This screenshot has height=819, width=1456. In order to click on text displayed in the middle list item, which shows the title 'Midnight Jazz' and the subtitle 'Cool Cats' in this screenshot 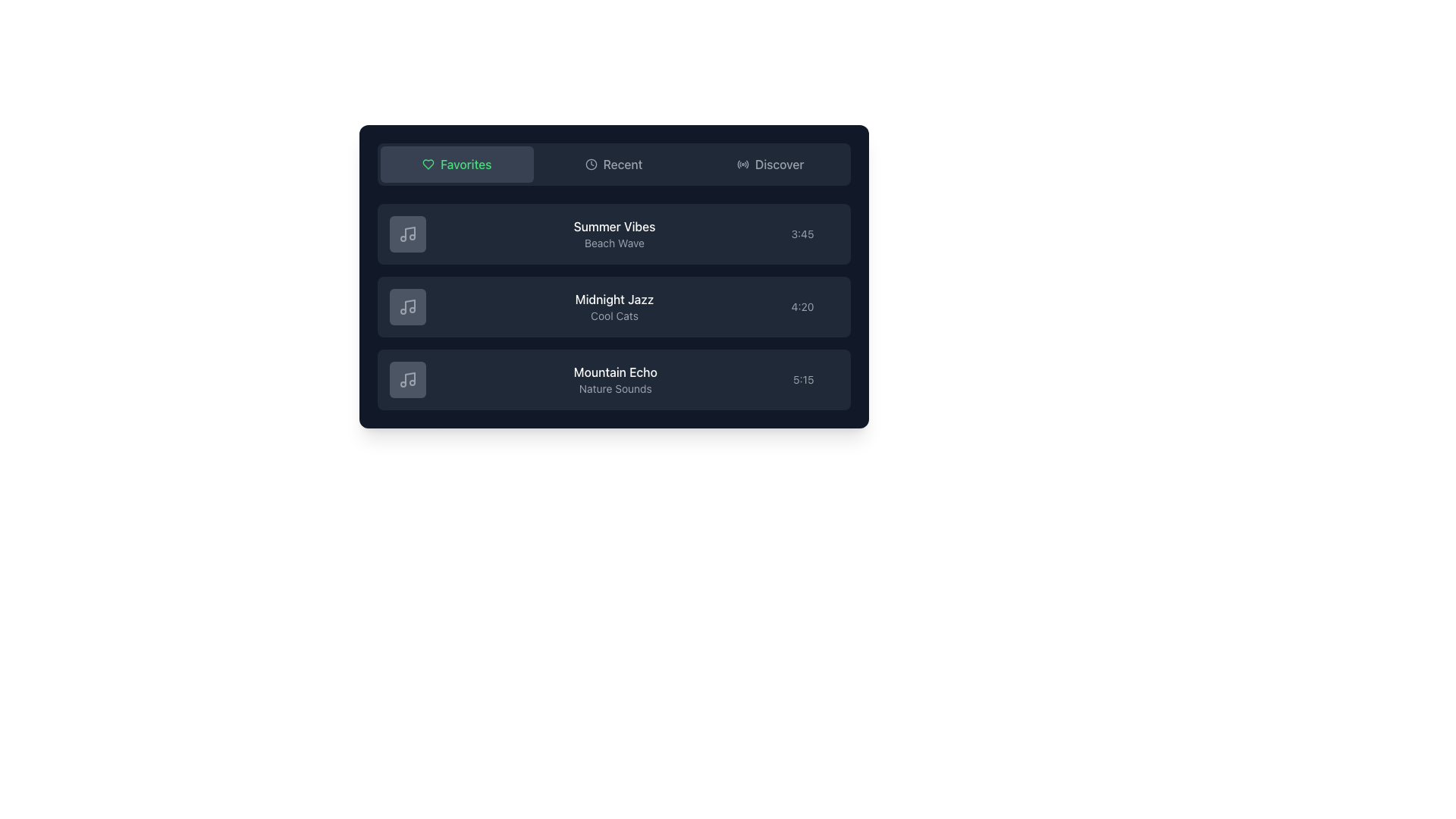, I will do `click(614, 307)`.